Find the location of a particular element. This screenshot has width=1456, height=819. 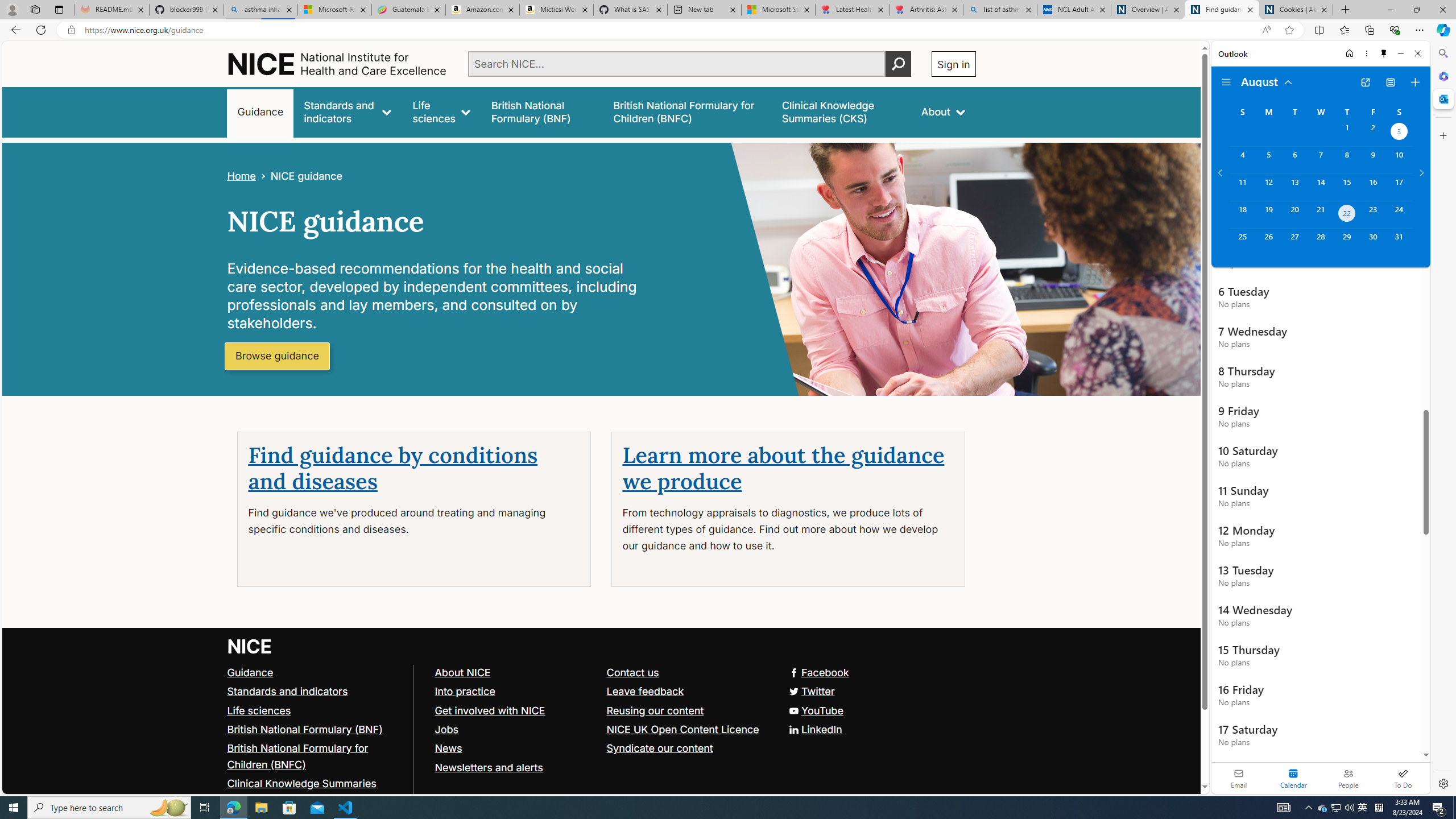

'Monday, August 26, 2024. ' is located at coordinates (1268, 242).